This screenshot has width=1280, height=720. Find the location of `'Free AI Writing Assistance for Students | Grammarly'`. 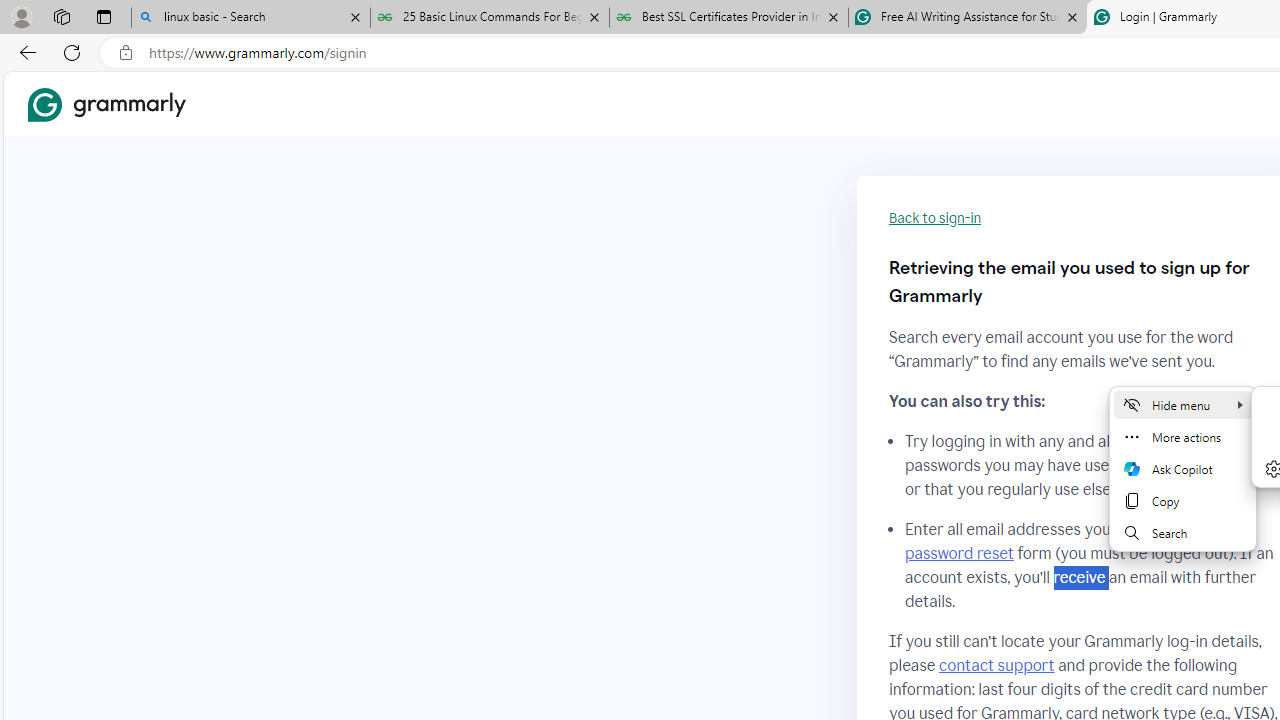

'Free AI Writing Assistance for Students | Grammarly' is located at coordinates (967, 17).